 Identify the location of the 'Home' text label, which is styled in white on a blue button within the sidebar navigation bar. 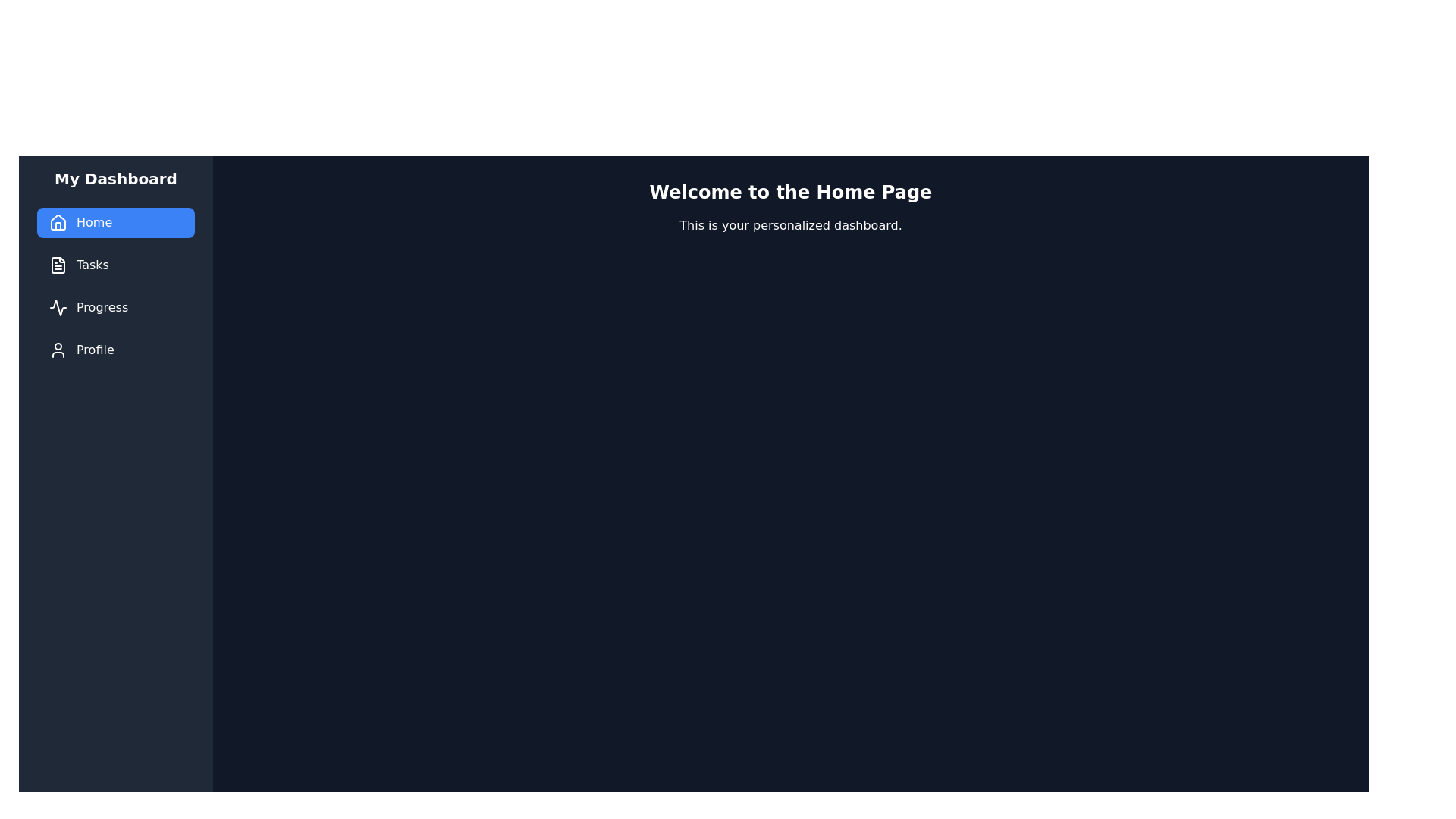
(93, 222).